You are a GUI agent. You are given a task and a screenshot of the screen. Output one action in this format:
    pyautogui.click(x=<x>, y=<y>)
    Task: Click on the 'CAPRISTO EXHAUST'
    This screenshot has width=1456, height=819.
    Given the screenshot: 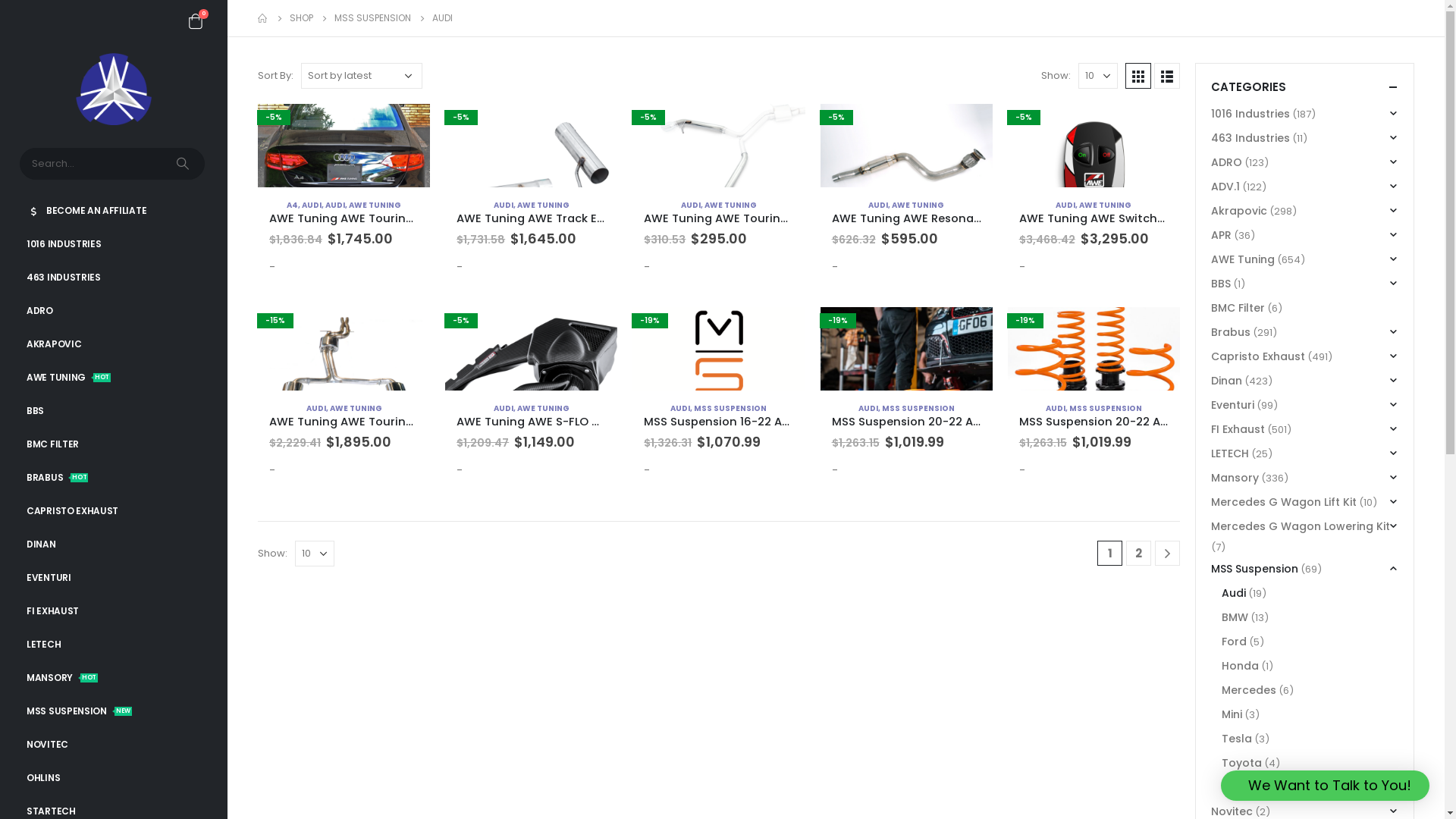 What is the action you would take?
    pyautogui.click(x=112, y=511)
    